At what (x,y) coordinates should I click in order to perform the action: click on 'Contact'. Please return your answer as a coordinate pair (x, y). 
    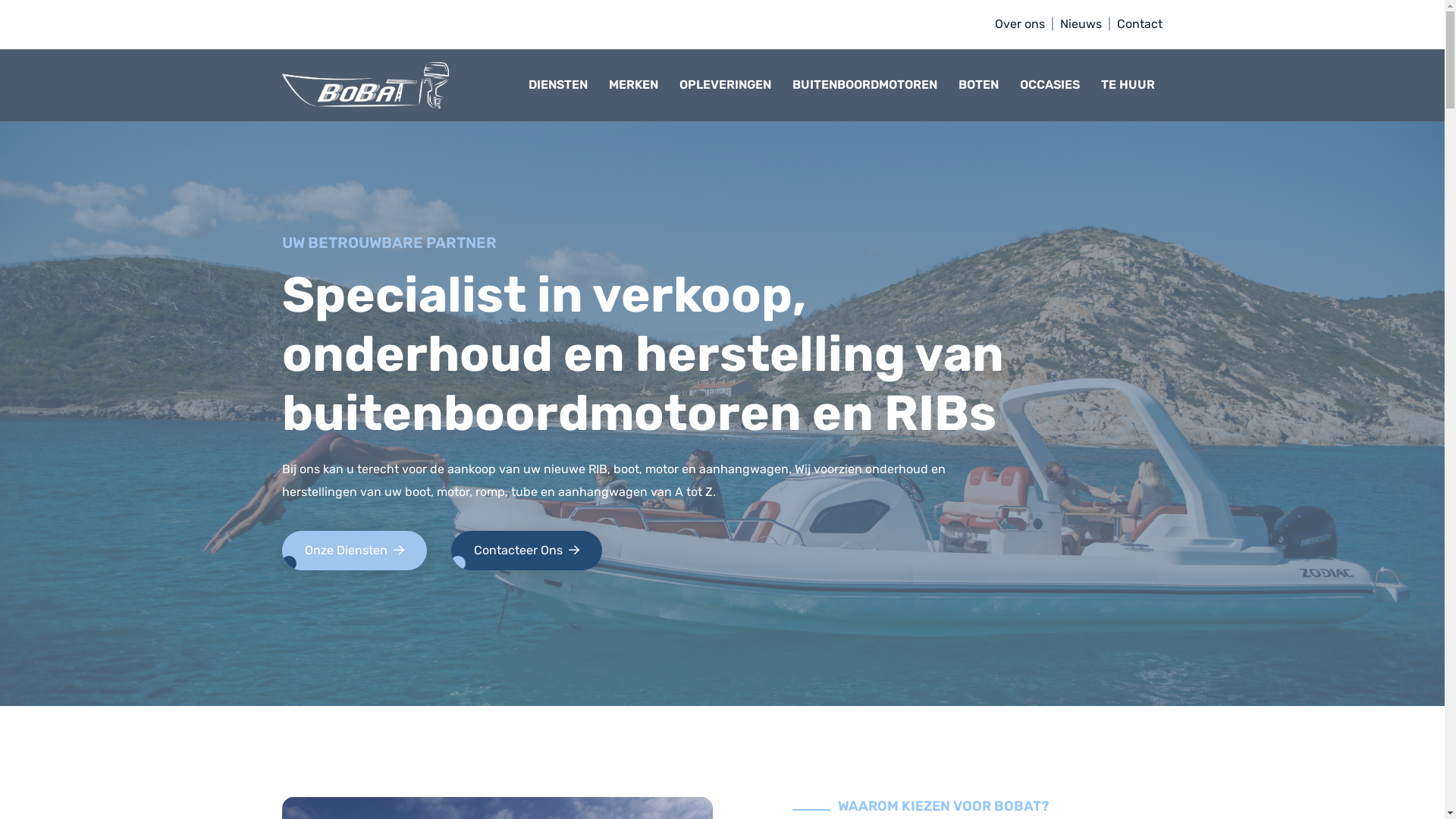
    Looking at the image, I should click on (1139, 24).